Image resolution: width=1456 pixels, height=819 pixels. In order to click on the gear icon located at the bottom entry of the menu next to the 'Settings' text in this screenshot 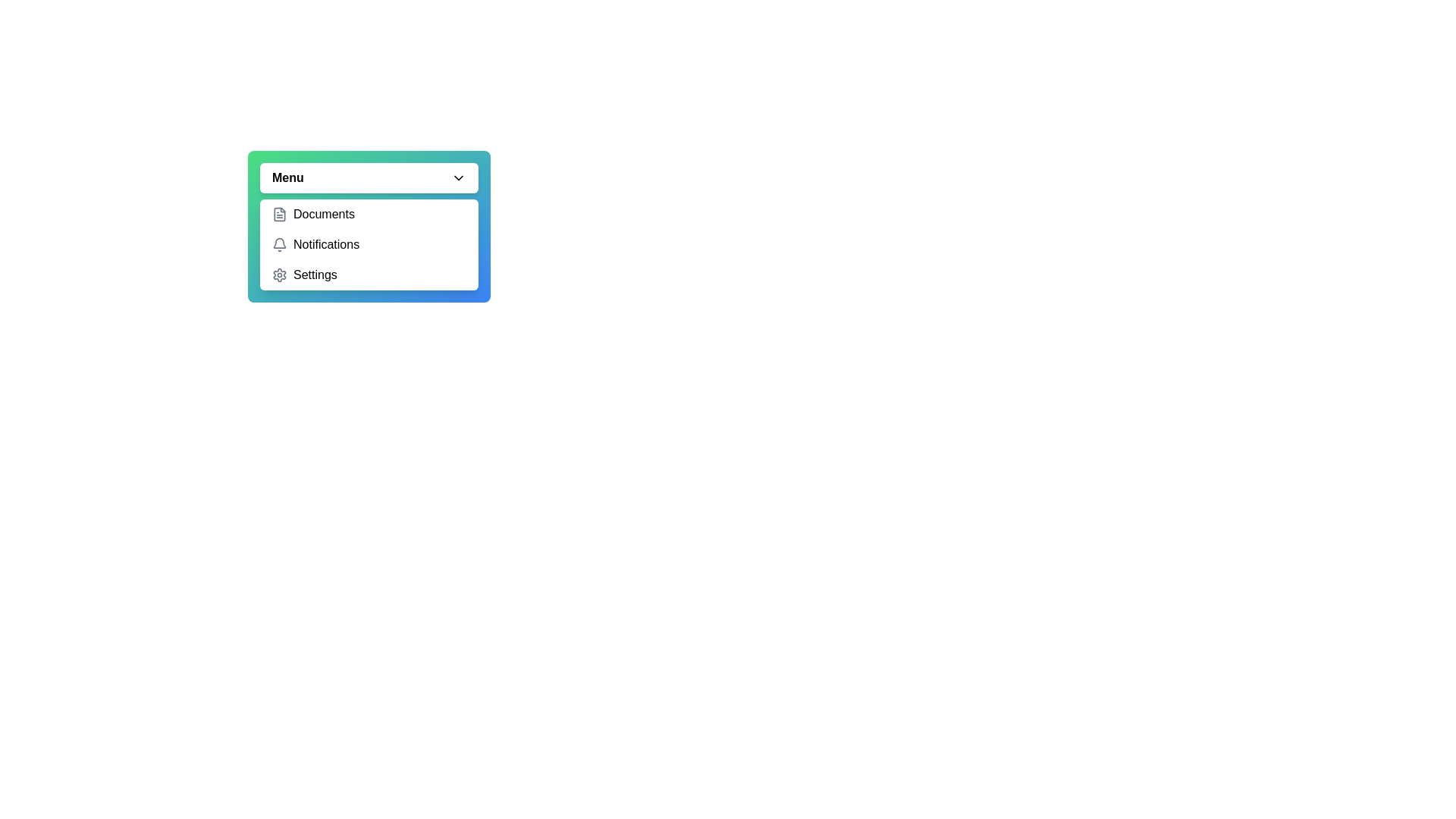, I will do `click(280, 275)`.